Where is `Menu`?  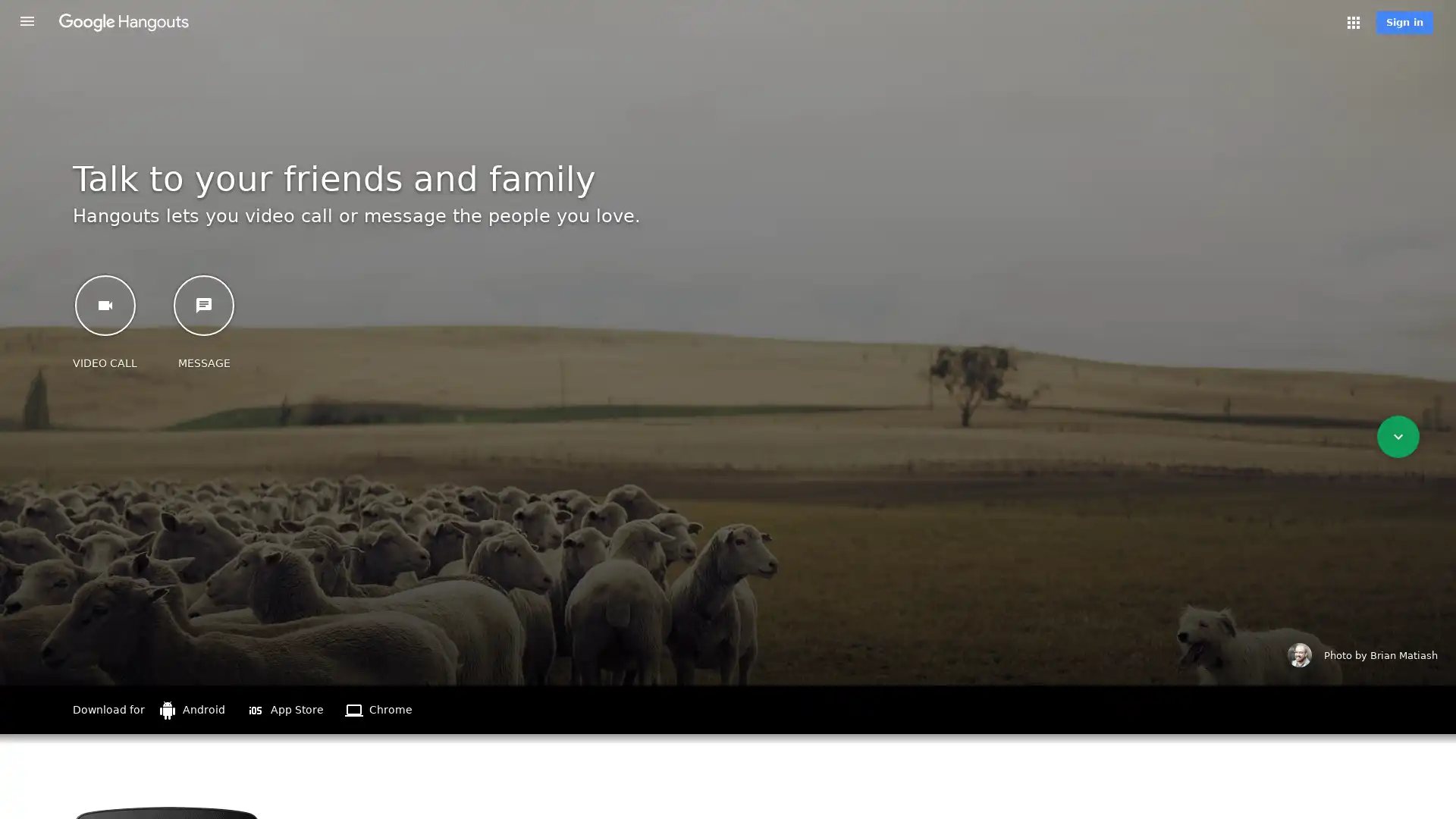
Menu is located at coordinates (27, 20).